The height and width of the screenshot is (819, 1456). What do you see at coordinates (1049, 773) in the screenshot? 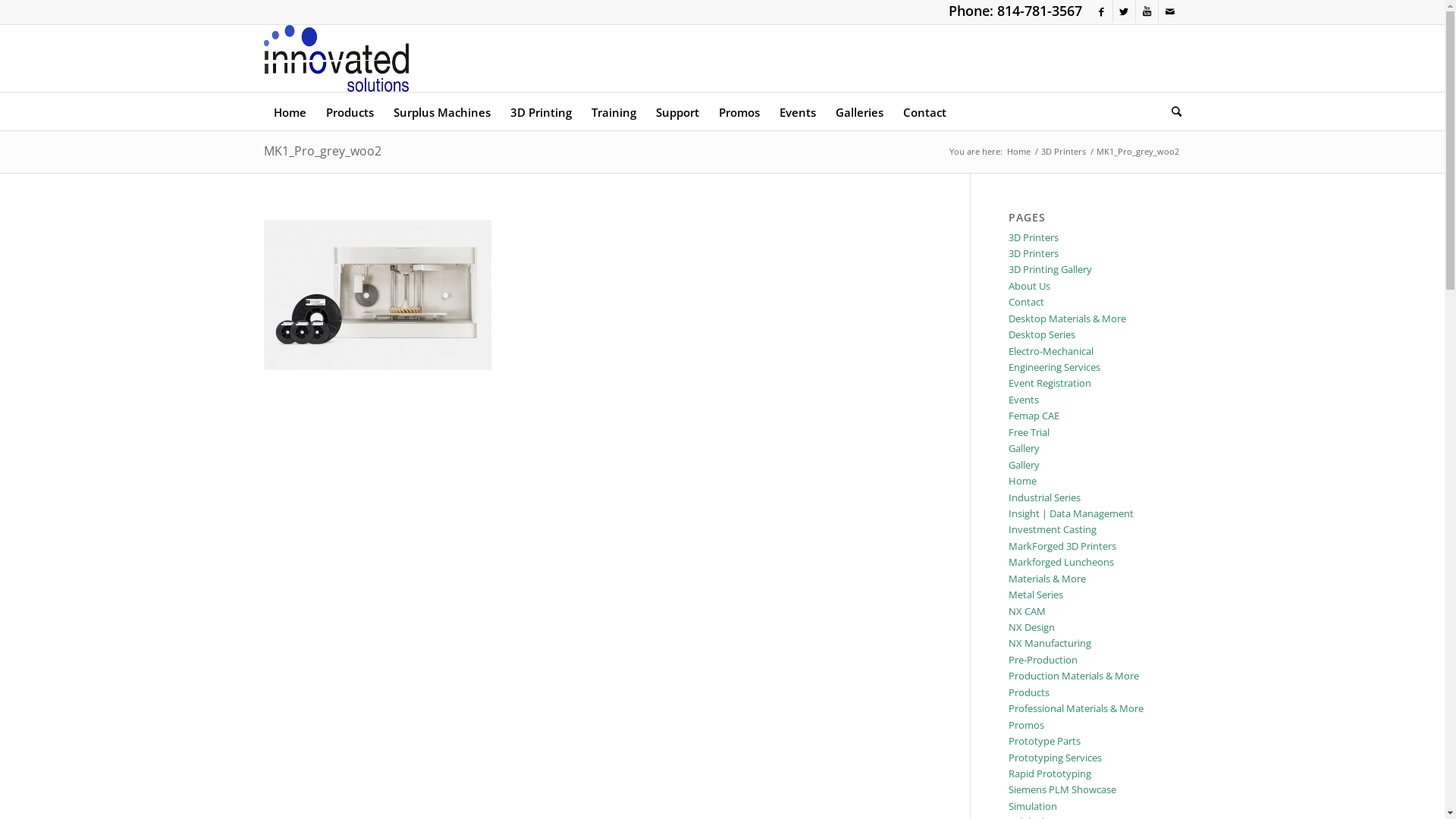
I see `'Rapid Prototyping'` at bounding box center [1049, 773].